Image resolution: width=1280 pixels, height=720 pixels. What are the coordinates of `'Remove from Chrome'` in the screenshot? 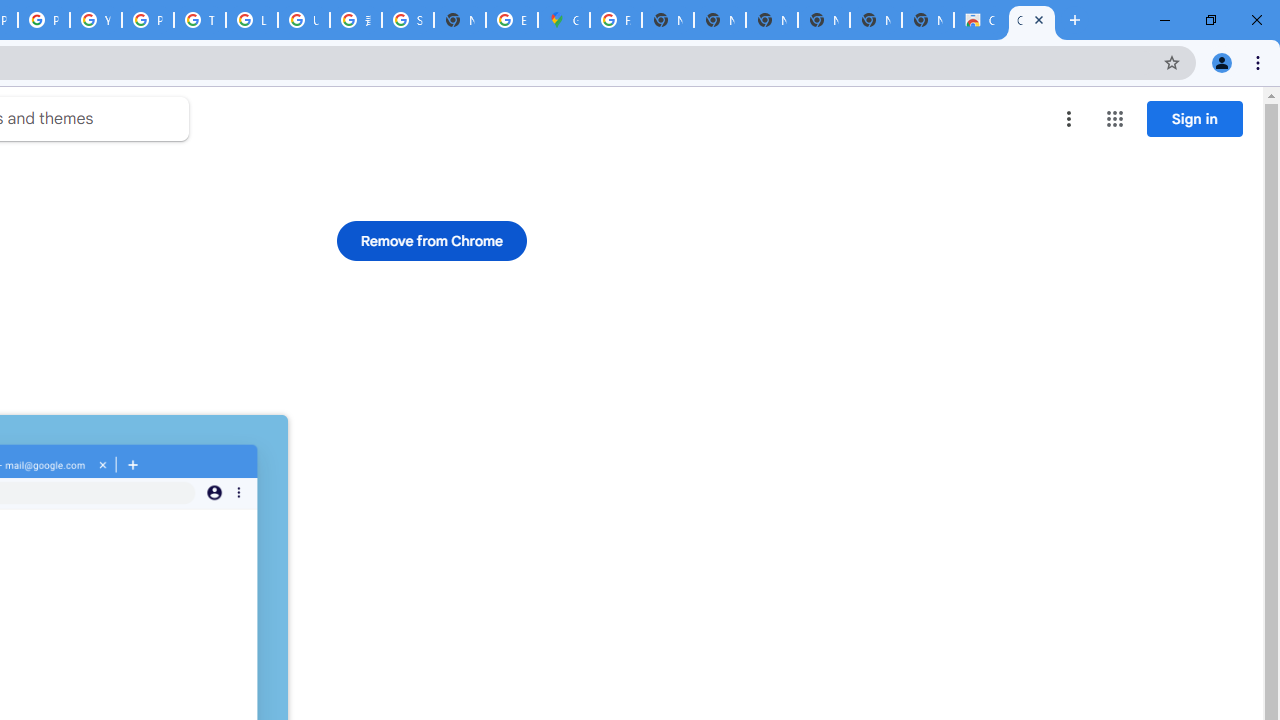 It's located at (431, 239).